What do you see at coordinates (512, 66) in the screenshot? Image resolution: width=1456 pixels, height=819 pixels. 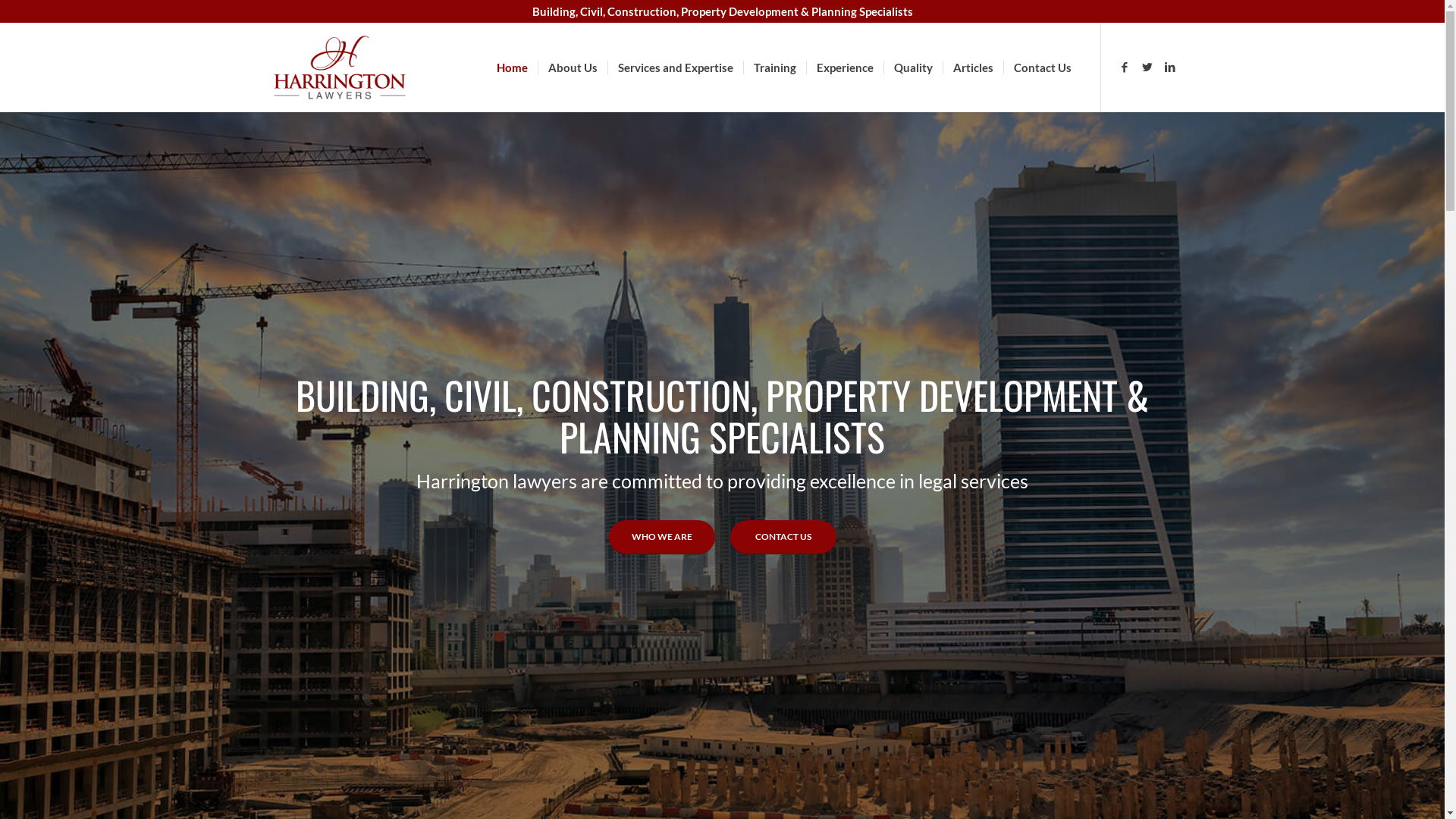 I see `'Home'` at bounding box center [512, 66].